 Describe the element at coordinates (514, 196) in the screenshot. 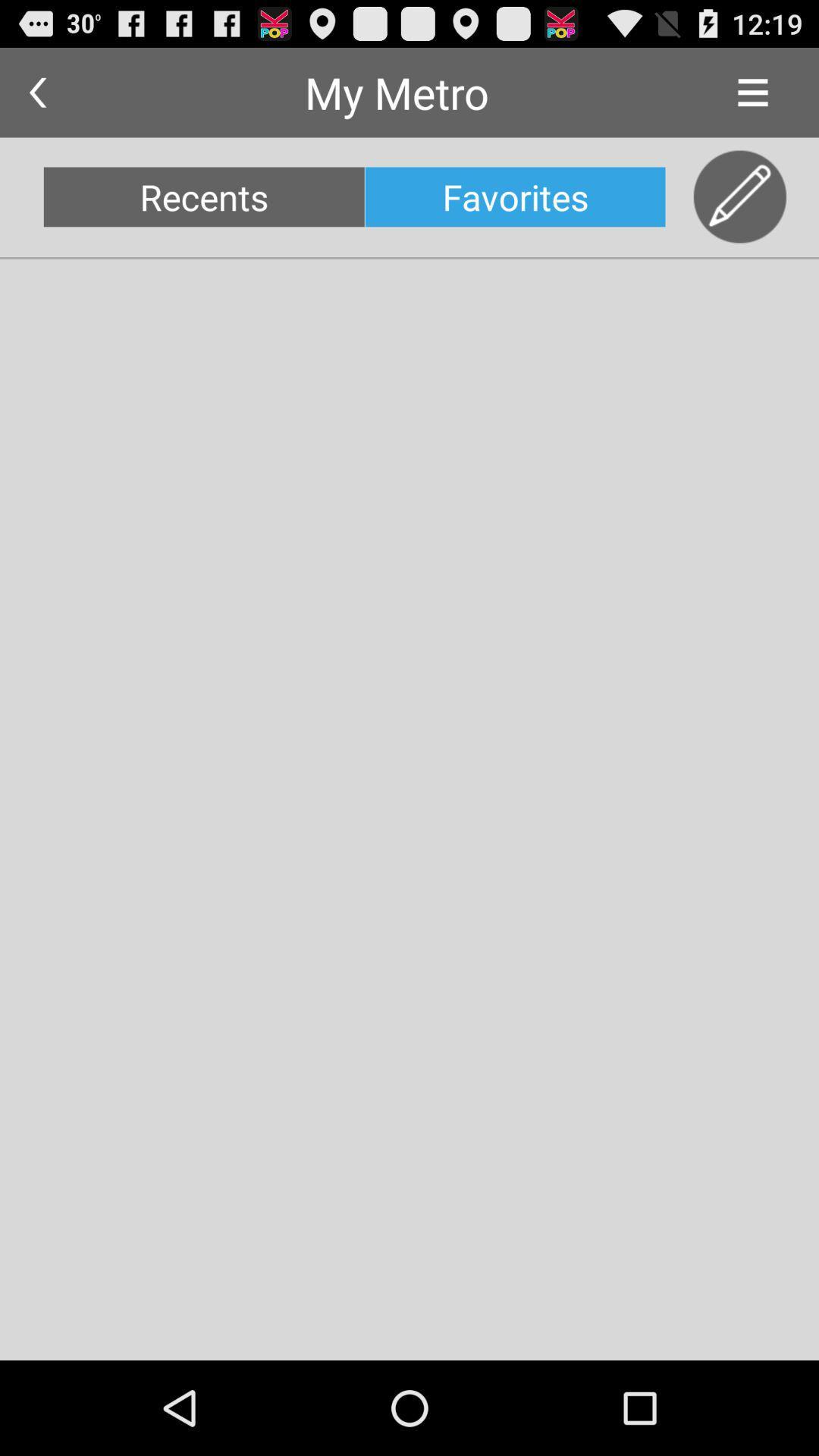

I see `icon below my metro item` at that location.